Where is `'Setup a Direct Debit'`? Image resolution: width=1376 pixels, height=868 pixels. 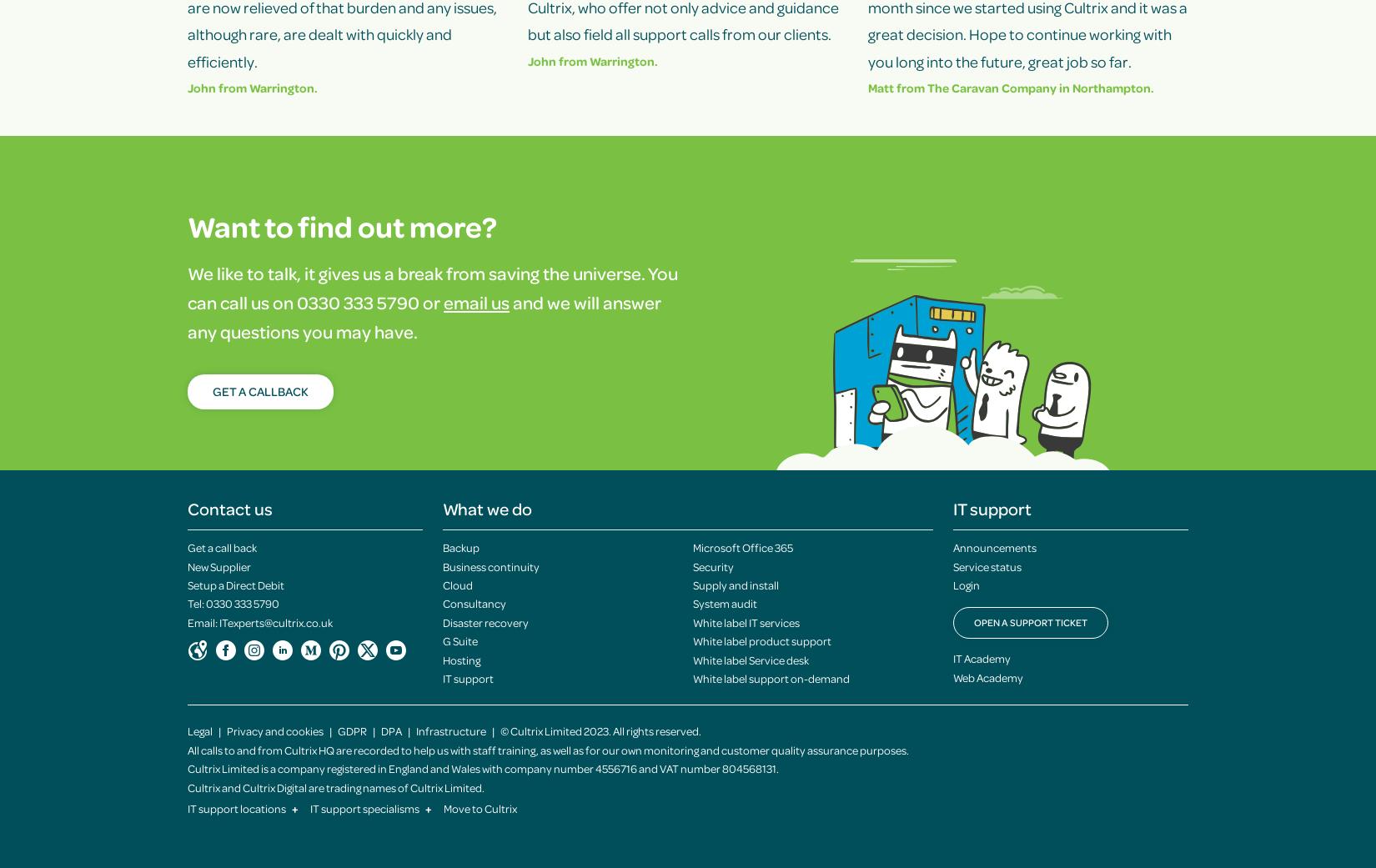 'Setup a Direct Debit' is located at coordinates (235, 584).